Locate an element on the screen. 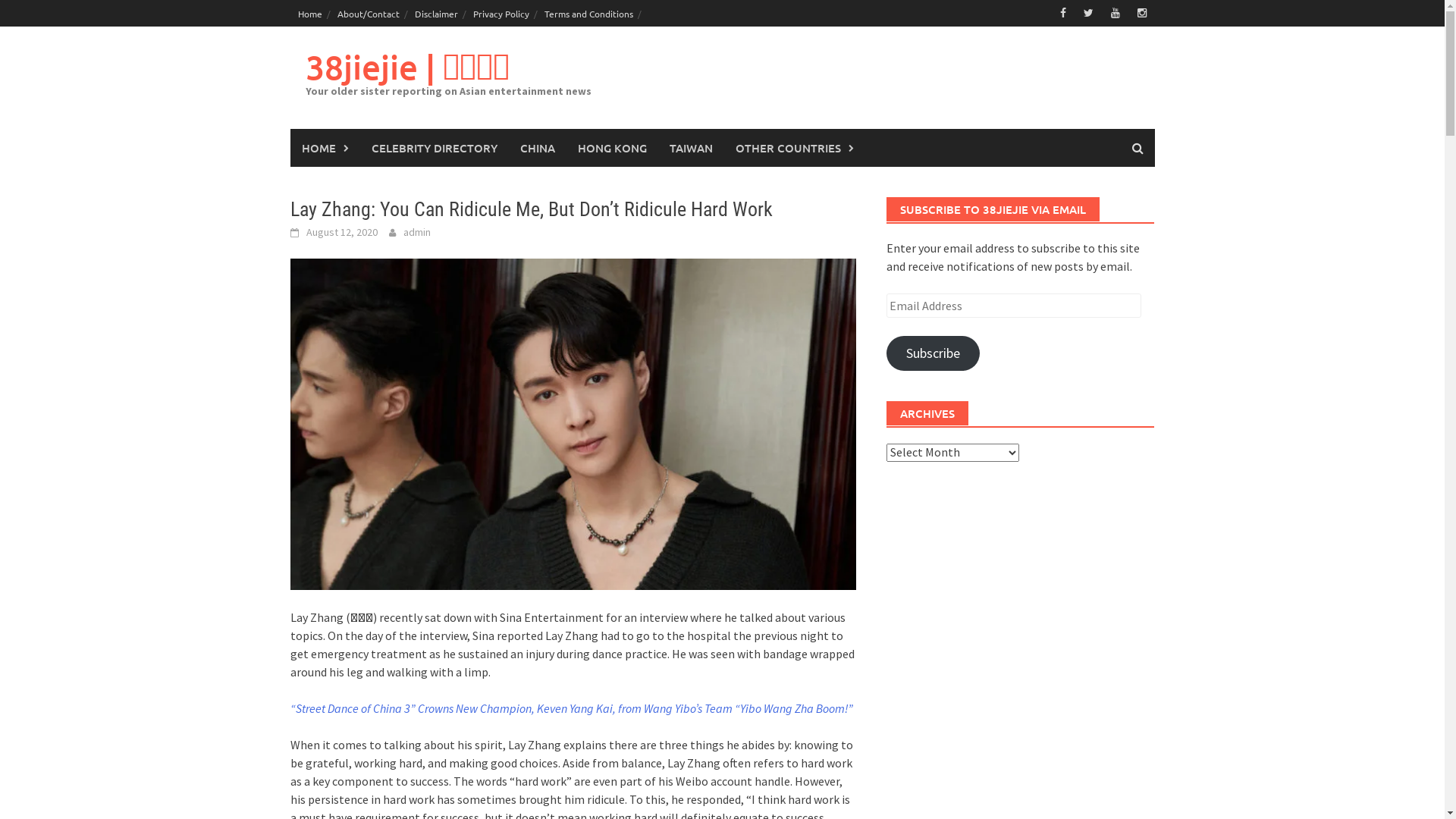  'Home' is located at coordinates (290, 13).